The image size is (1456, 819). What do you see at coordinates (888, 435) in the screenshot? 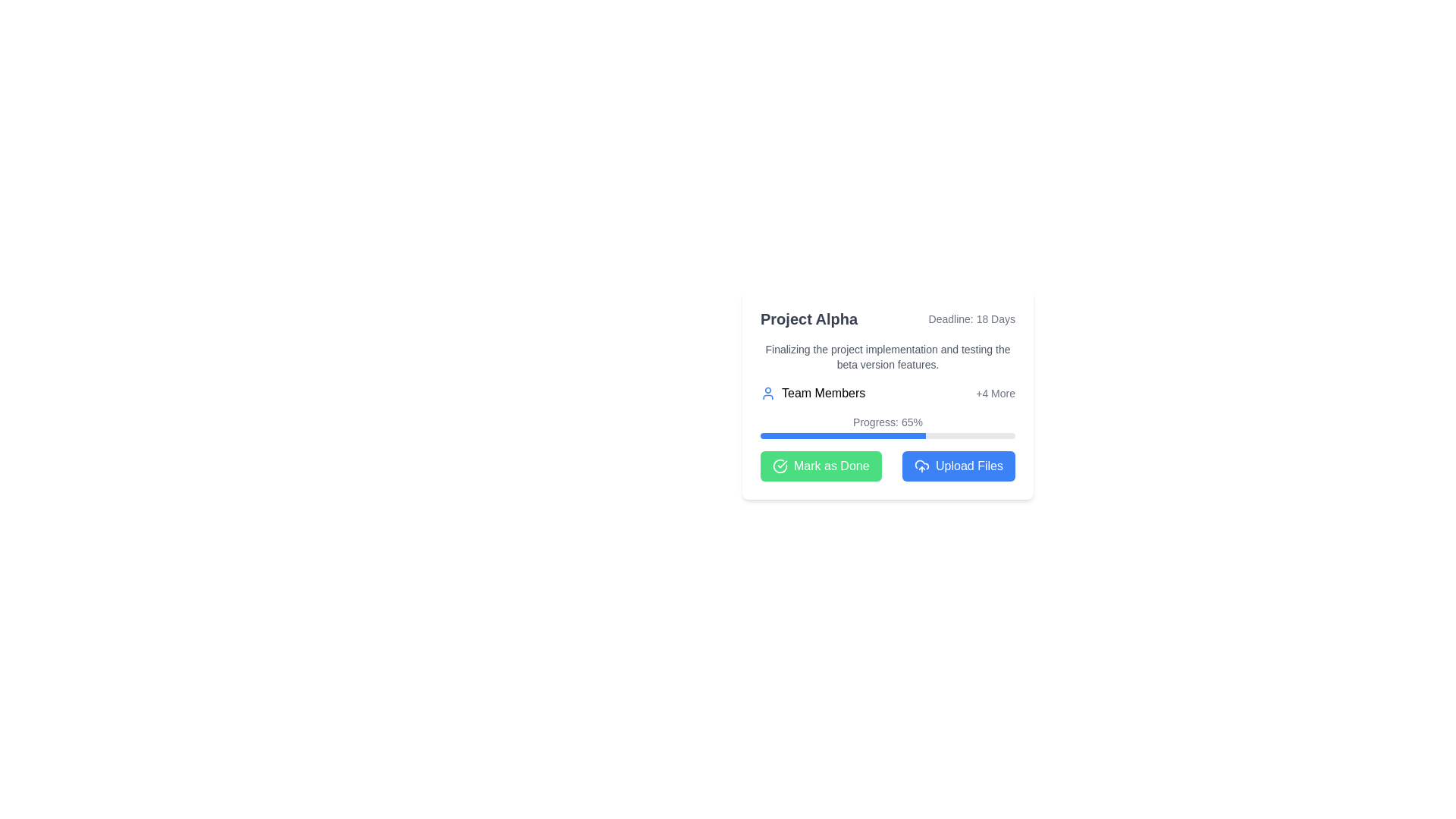
I see `the Progress Bar that indicates 65% completion, located beneath the label 'Progress: 65%'` at bounding box center [888, 435].